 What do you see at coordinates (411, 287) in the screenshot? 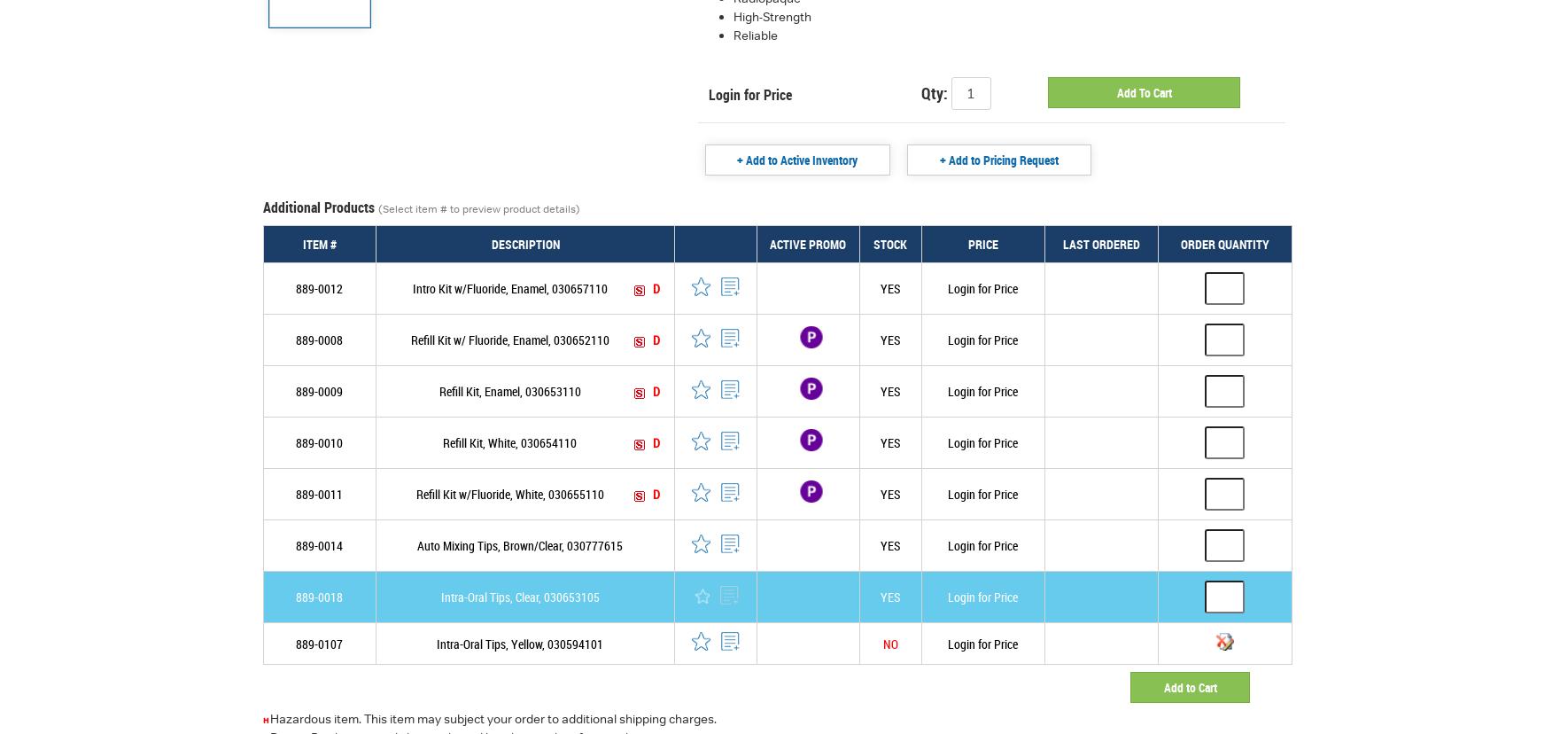
I see `'Intro Kit w/Fluoride, Enamel, 030657110'` at bounding box center [411, 287].